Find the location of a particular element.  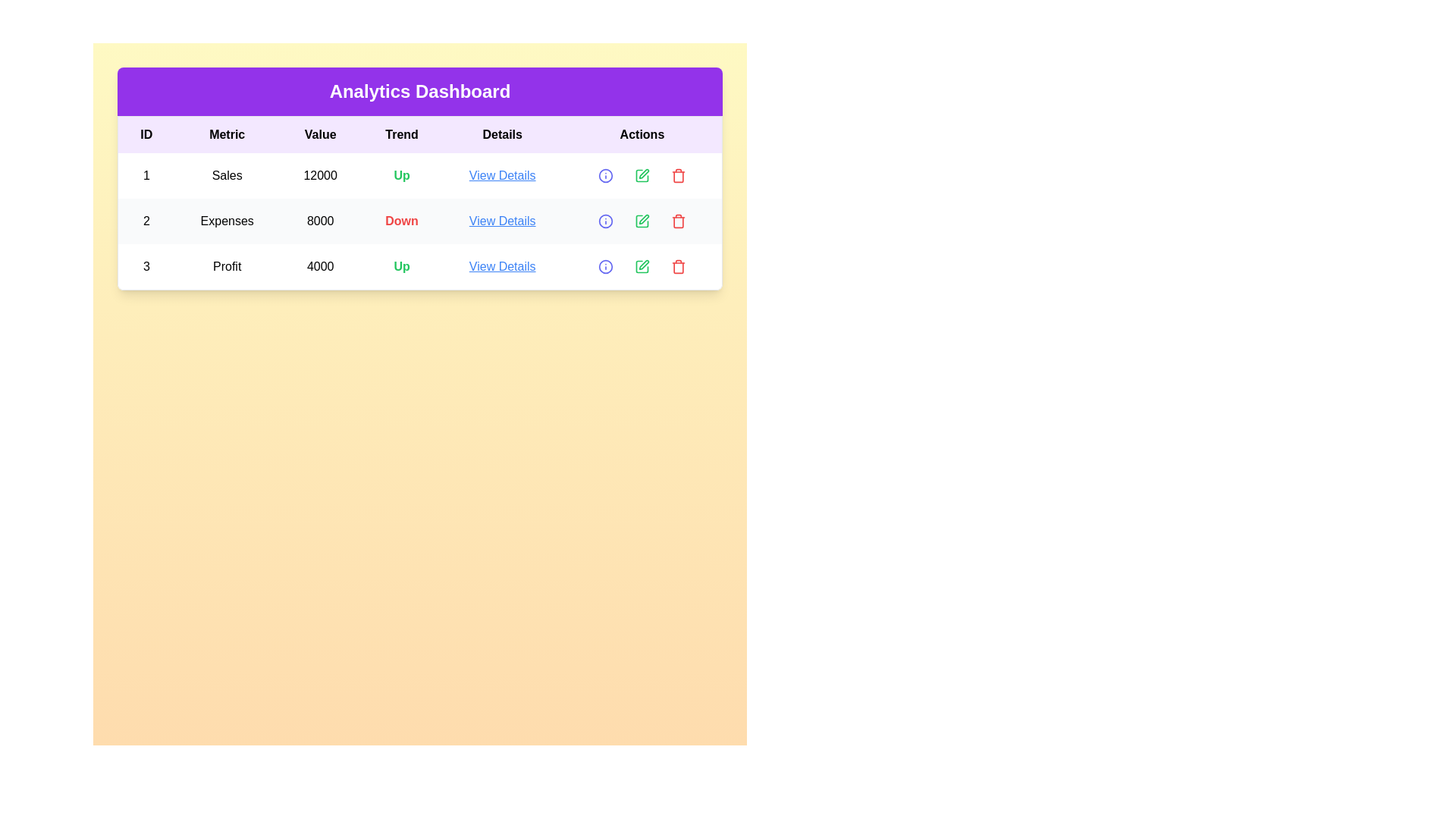

the circular graphical component styled with a stroke, which is part of the action icon in the 'Actions' column for 'Expenses' is located at coordinates (604, 221).